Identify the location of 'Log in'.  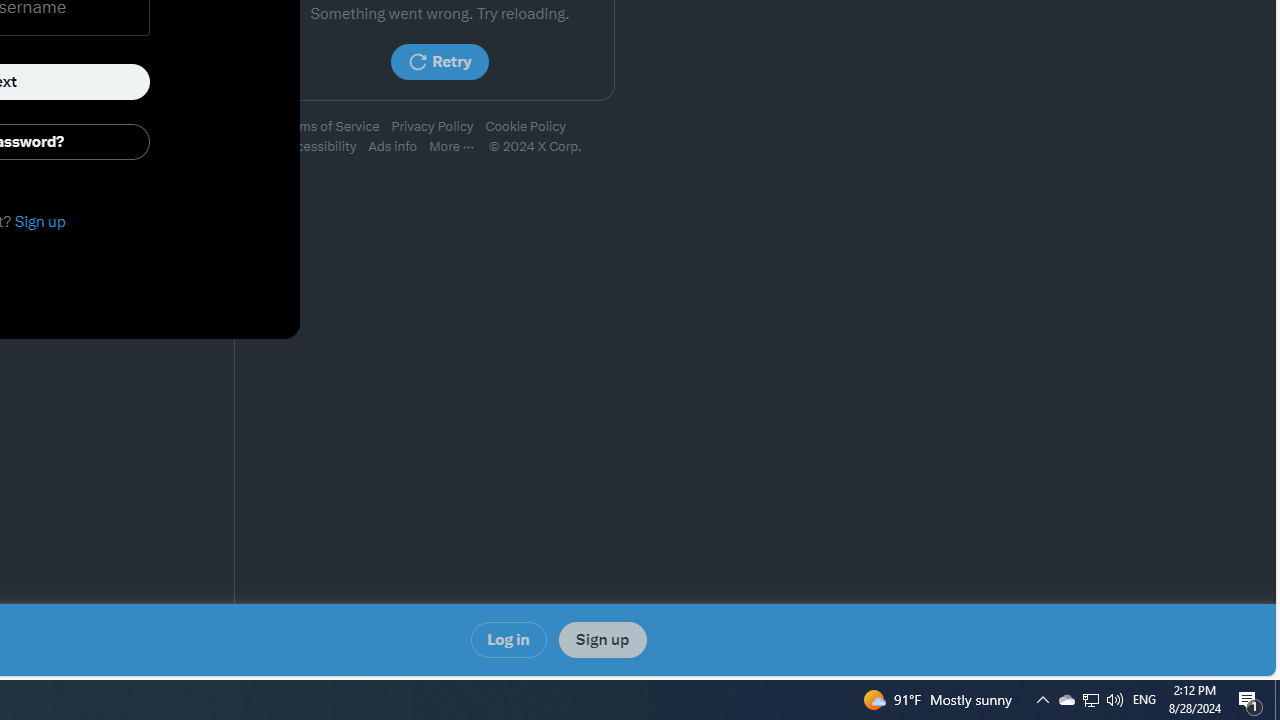
(508, 640).